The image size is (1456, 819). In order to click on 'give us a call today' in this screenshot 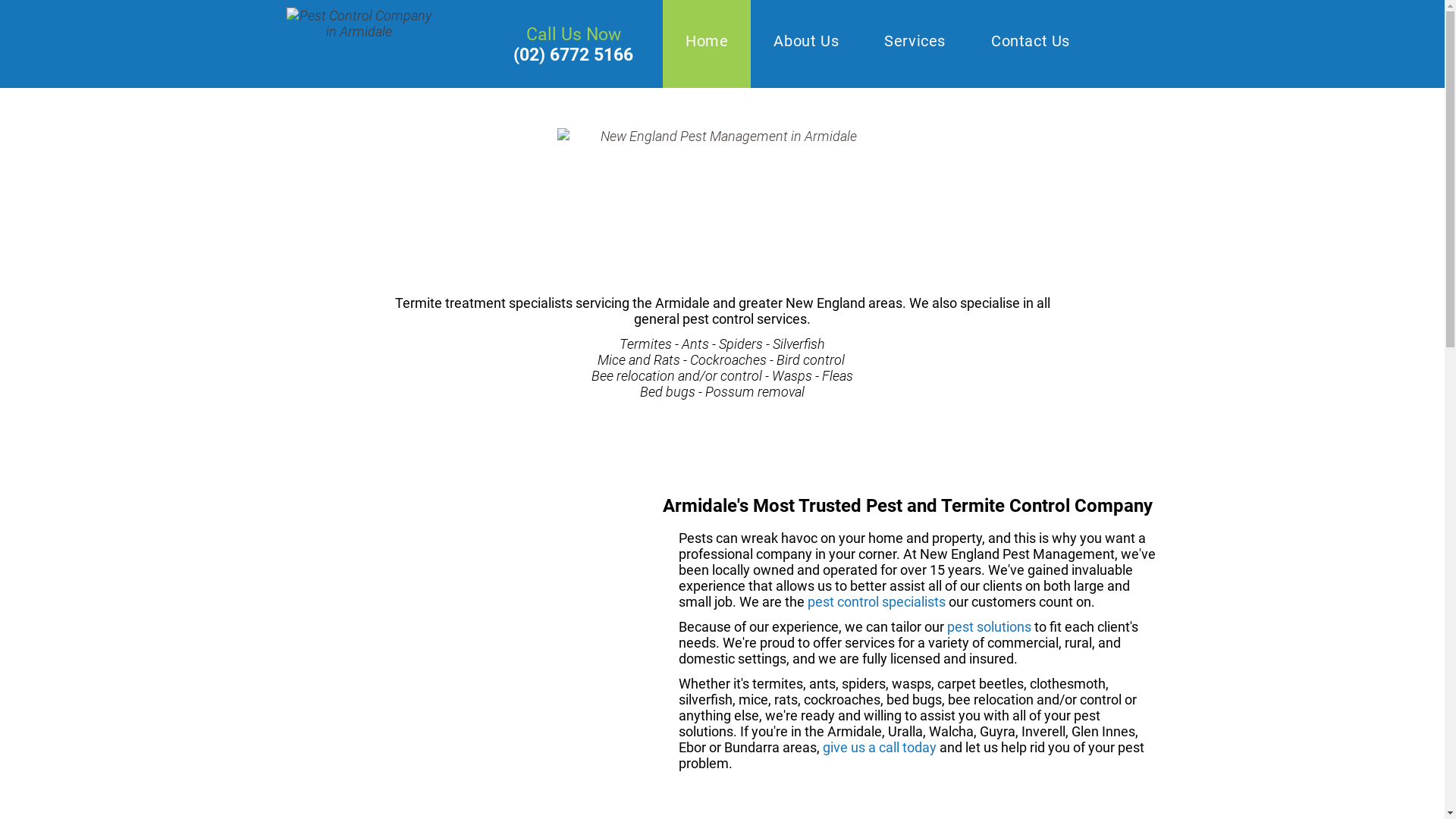, I will do `click(880, 746)`.